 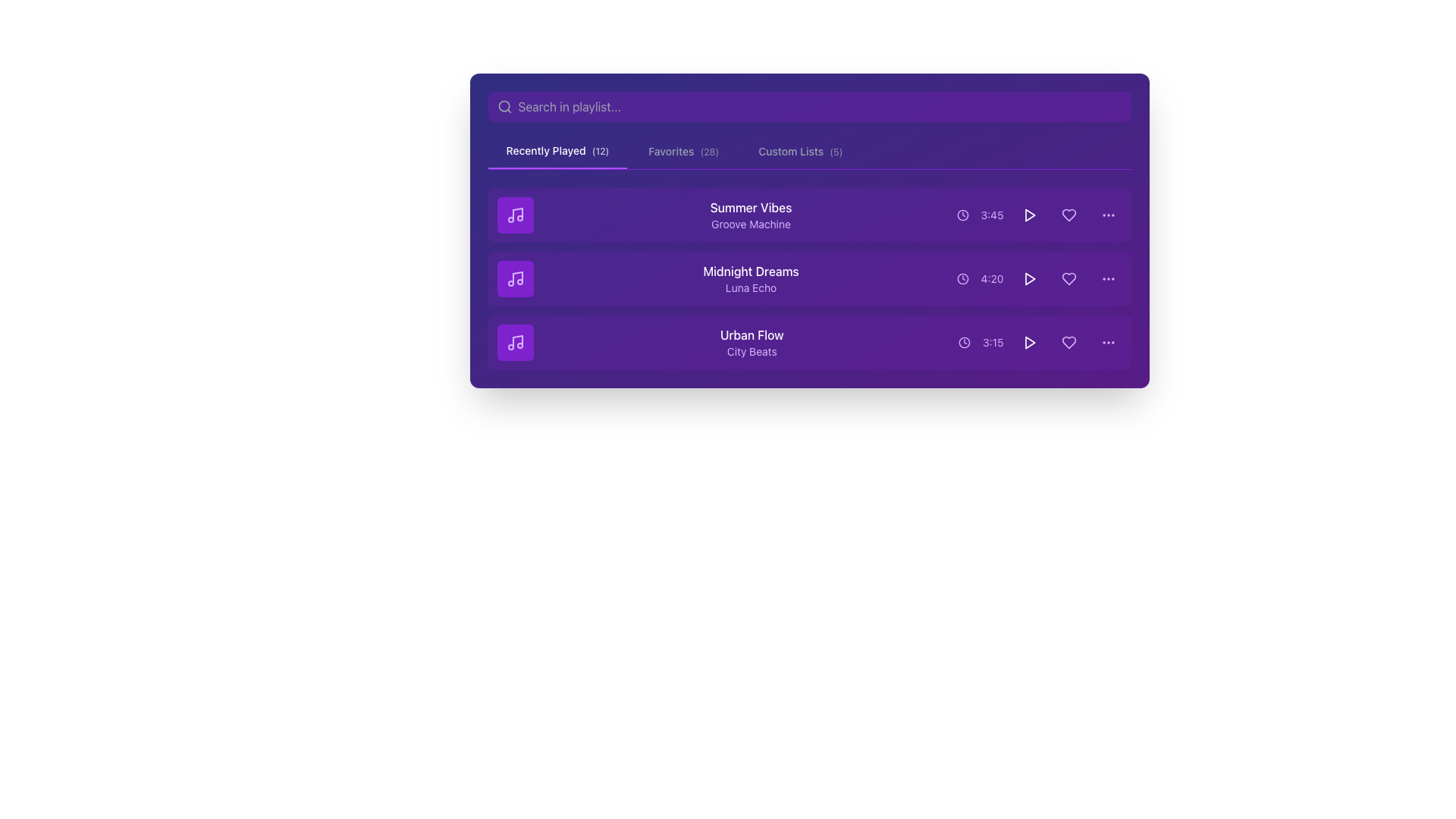 I want to click on faded text number '(28)' displayed next to the 'Favorites' label in the horizontal menu bar, so click(x=708, y=152).